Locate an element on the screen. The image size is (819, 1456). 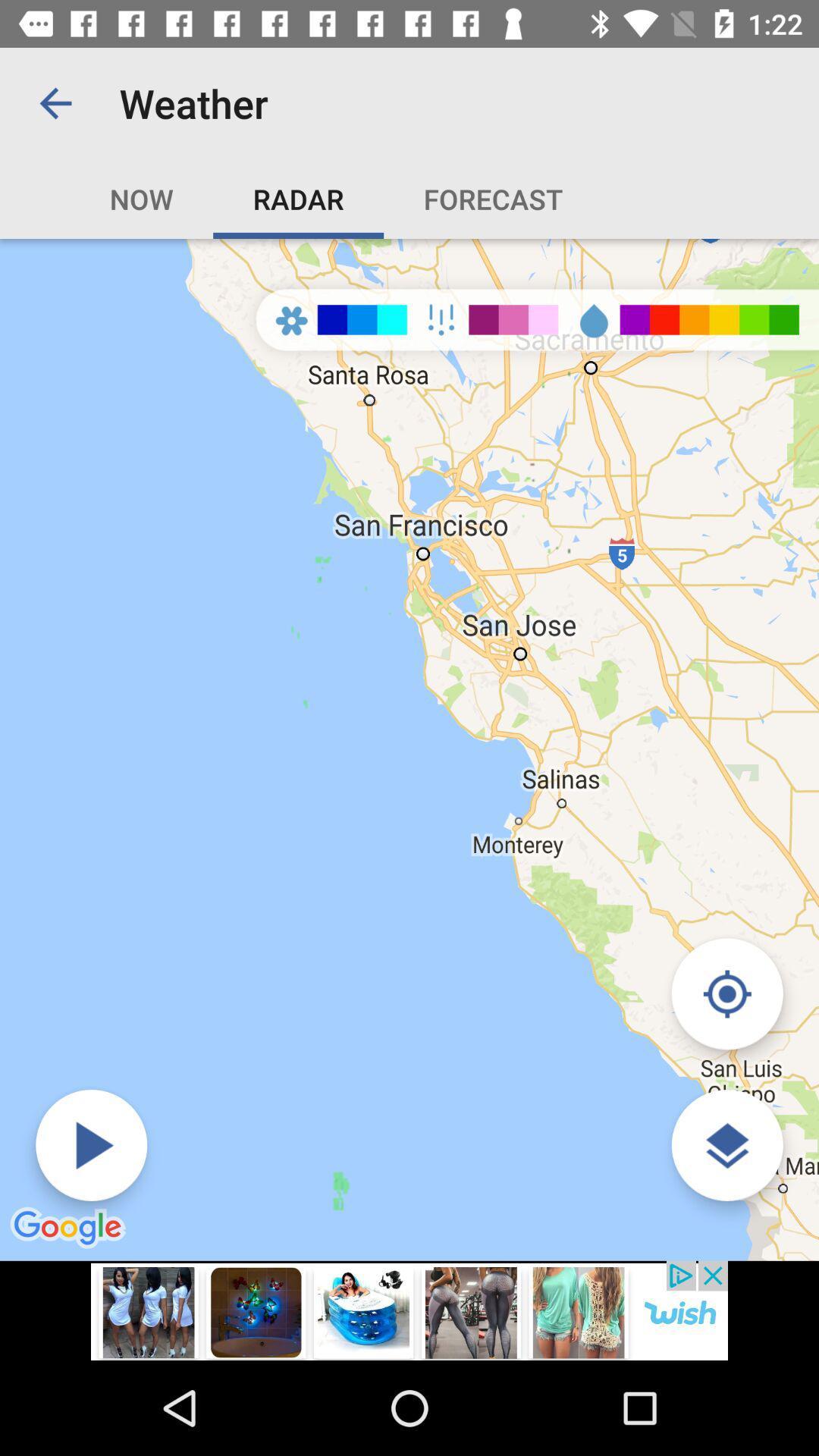
the icon which is at the bottom of the right corner is located at coordinates (726, 1145).